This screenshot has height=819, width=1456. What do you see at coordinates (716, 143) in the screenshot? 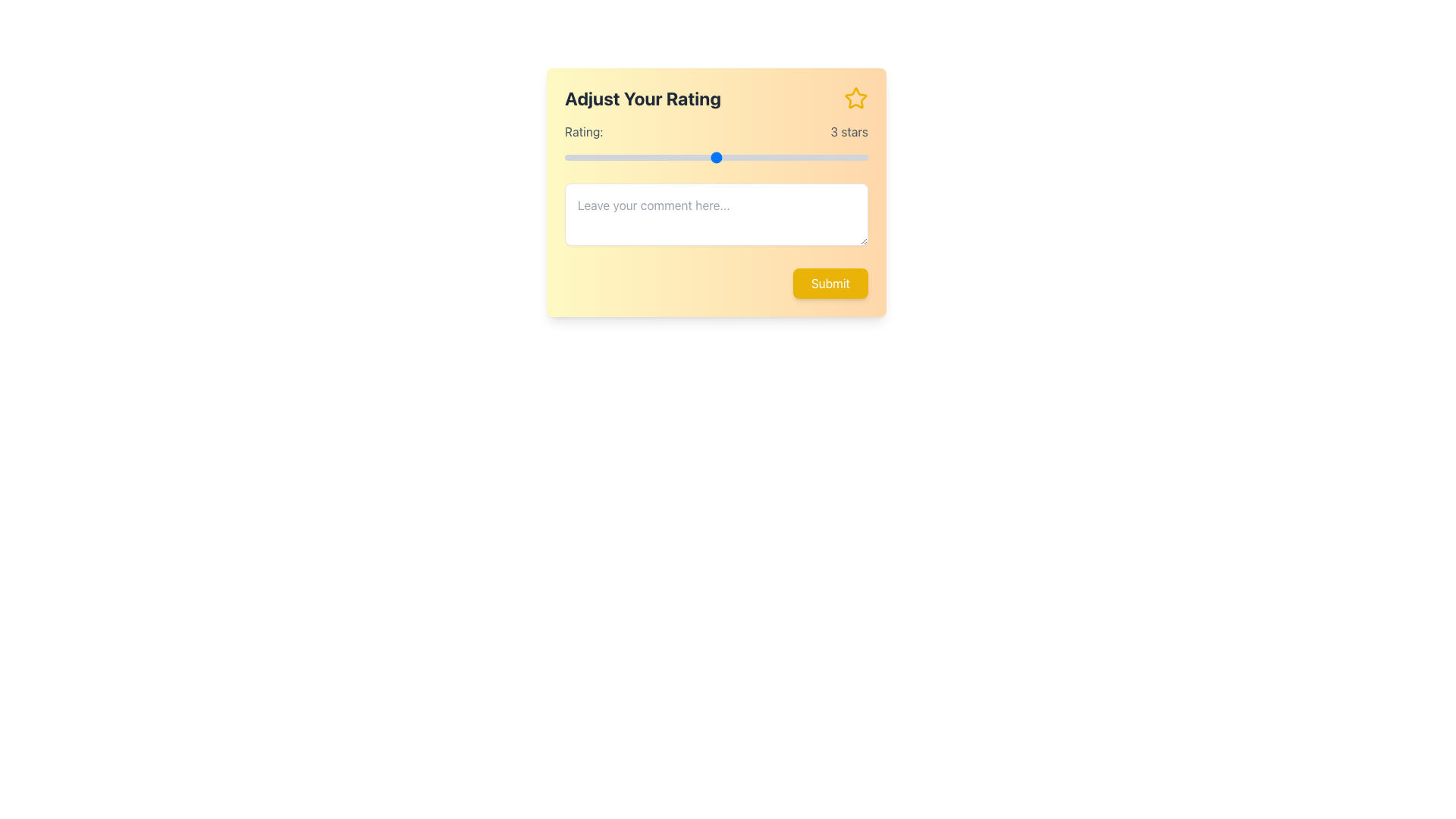
I see `the rating slider to adjust the handle position, which is labeled 'Rating:' and currently shows '3 stars', located centrally below 'Adjust Your Rating'` at bounding box center [716, 143].